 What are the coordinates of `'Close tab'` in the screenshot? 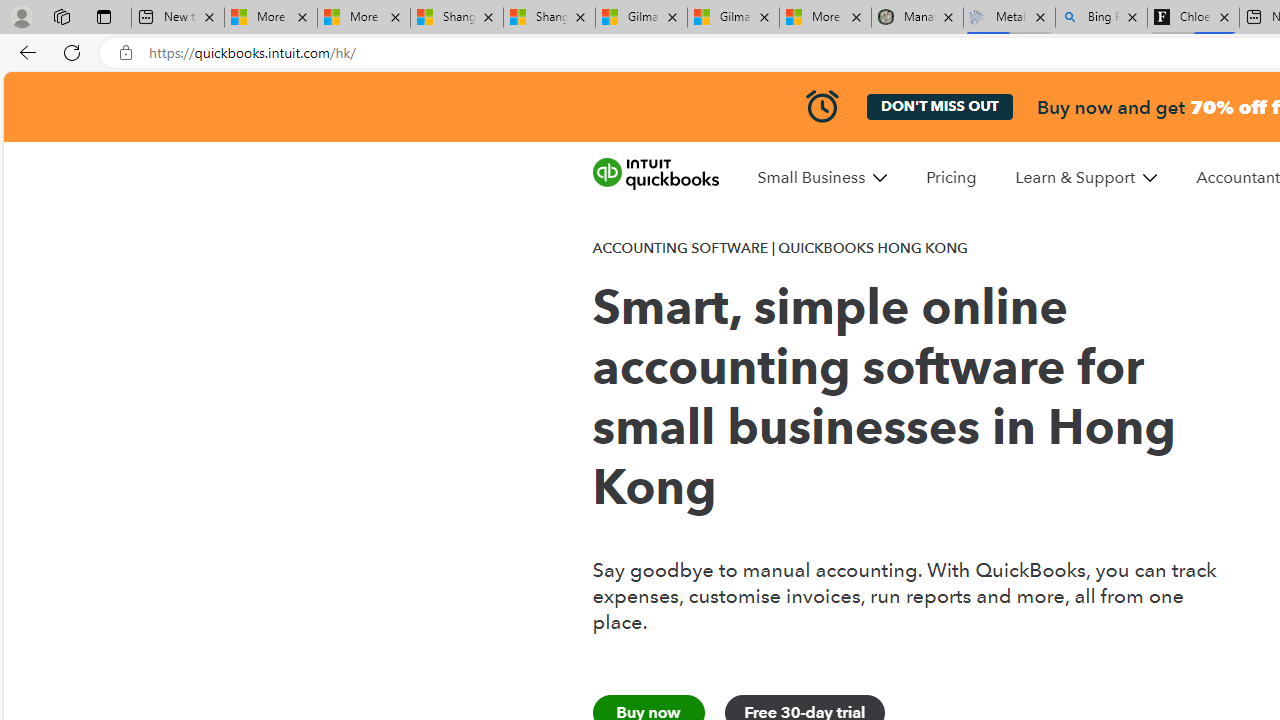 It's located at (1223, 17).